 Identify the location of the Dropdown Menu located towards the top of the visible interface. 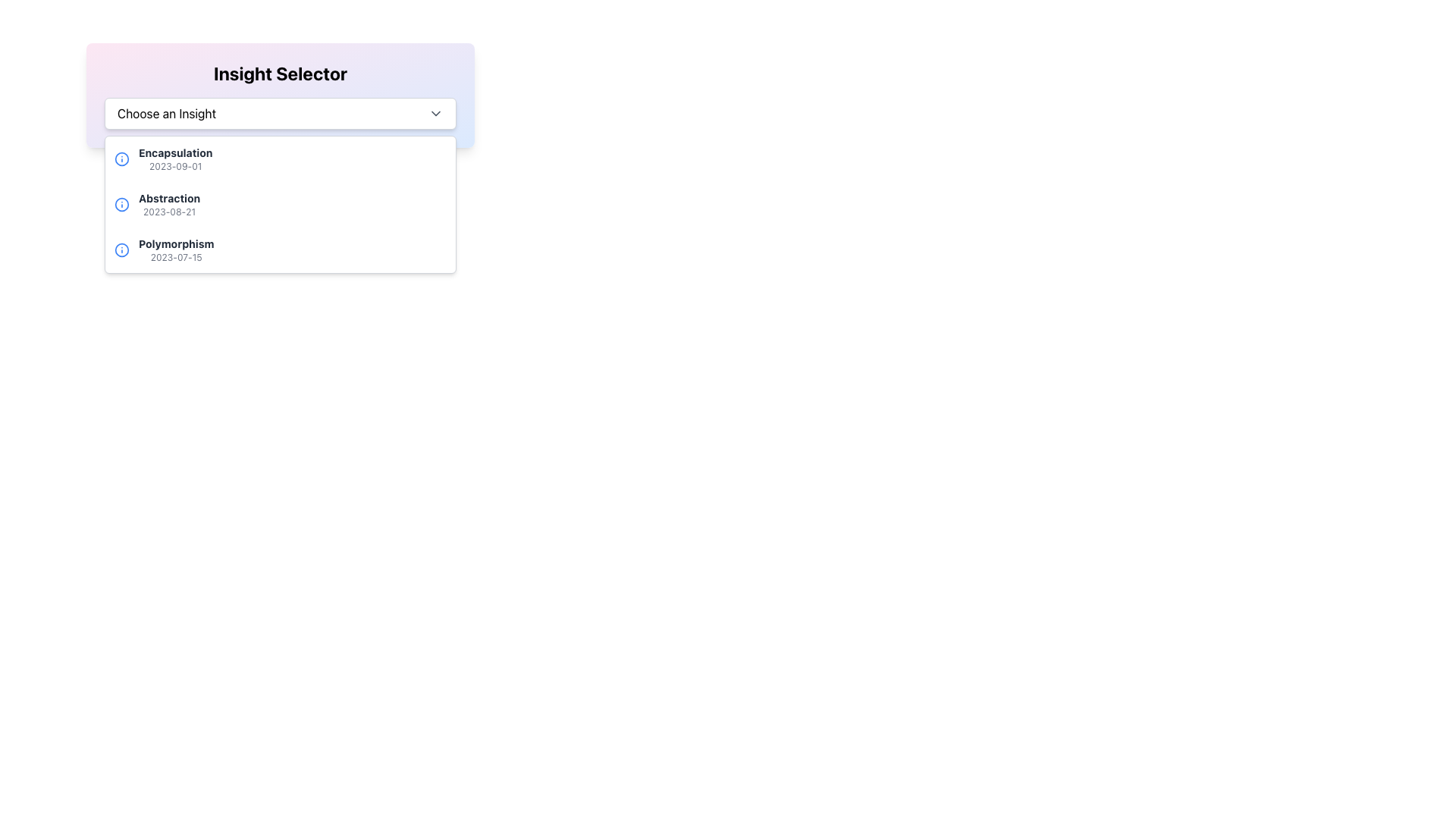
(280, 96).